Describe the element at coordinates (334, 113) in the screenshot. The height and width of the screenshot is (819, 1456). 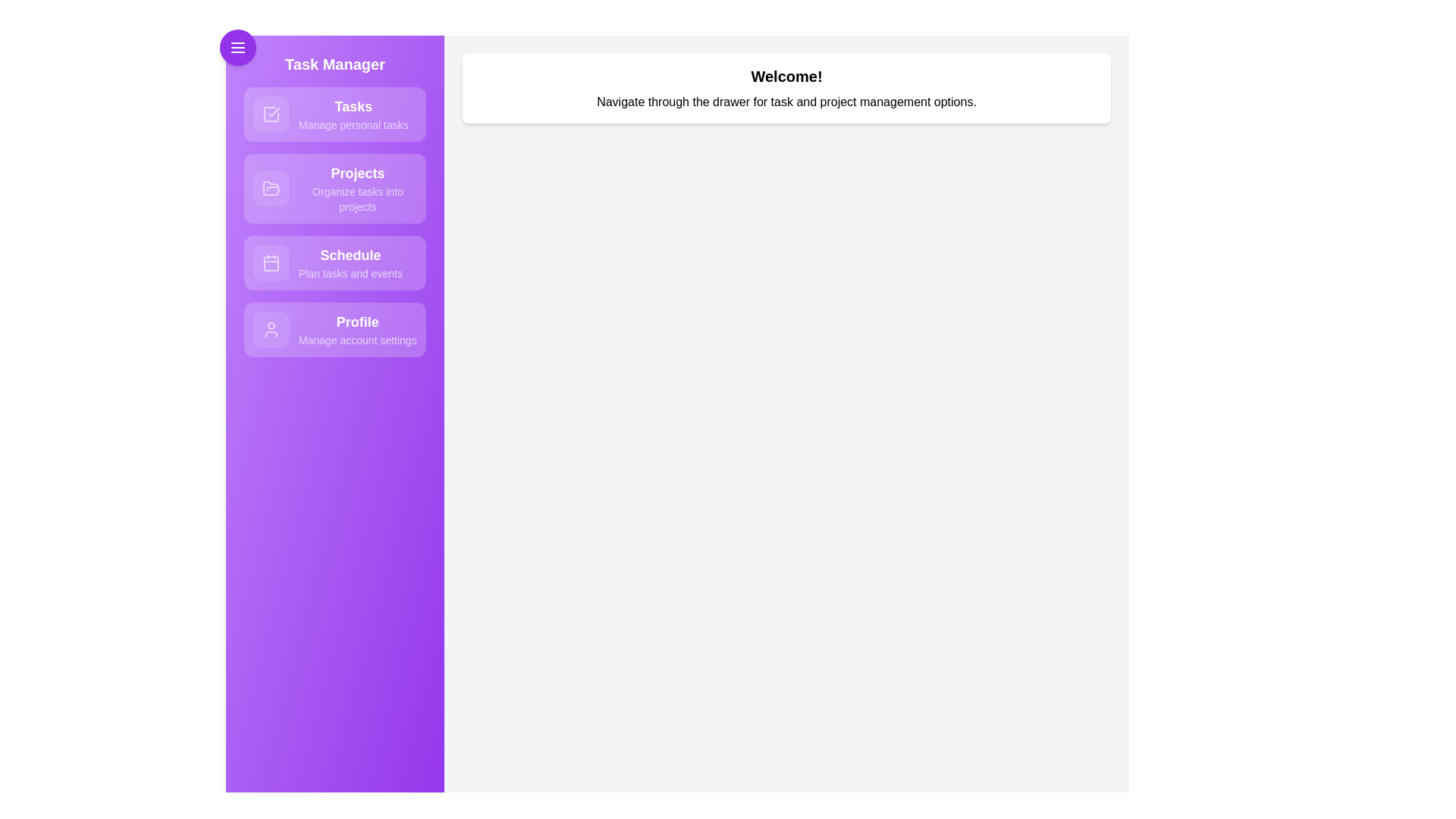
I see `the navigation item labeled 'Tasks' to observe its hover effect` at that location.